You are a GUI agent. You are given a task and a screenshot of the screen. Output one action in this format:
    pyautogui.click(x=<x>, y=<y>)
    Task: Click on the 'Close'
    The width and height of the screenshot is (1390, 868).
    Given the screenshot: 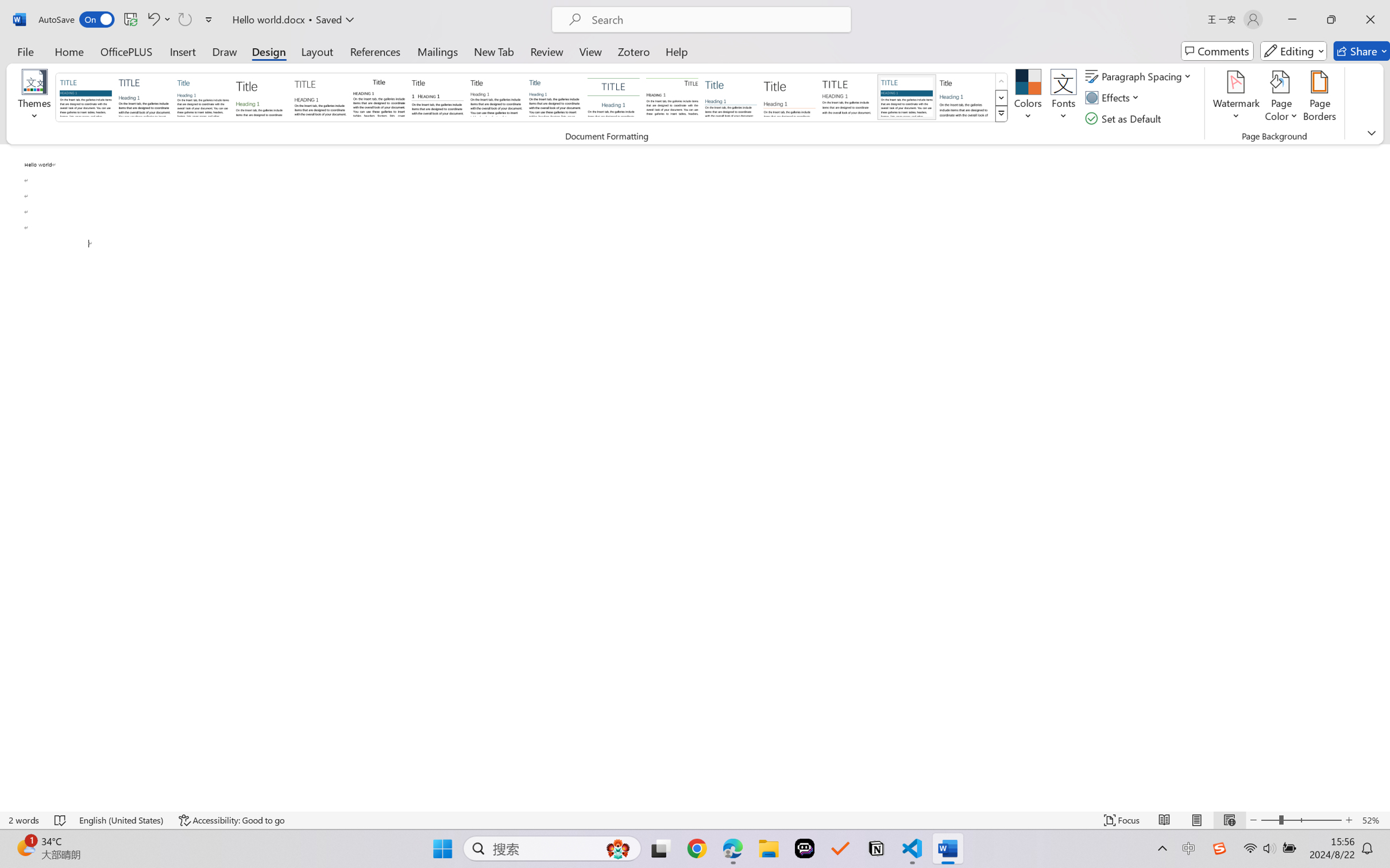 What is the action you would take?
    pyautogui.click(x=1370, y=19)
    